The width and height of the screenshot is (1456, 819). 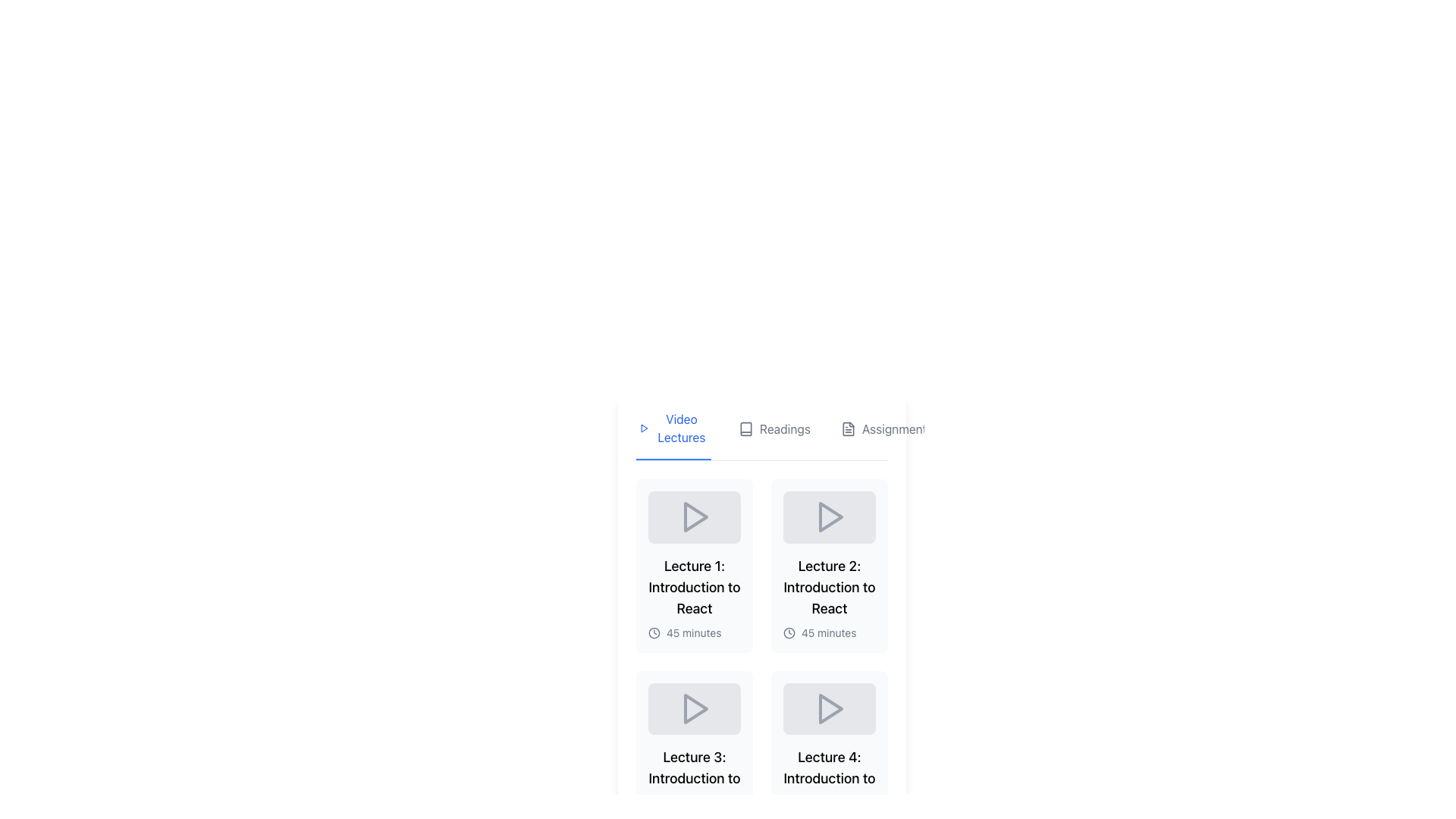 What do you see at coordinates (829, 516) in the screenshot?
I see `the video thumbnail representing the first video in the 'Lecture 2: Introduction to React' section` at bounding box center [829, 516].